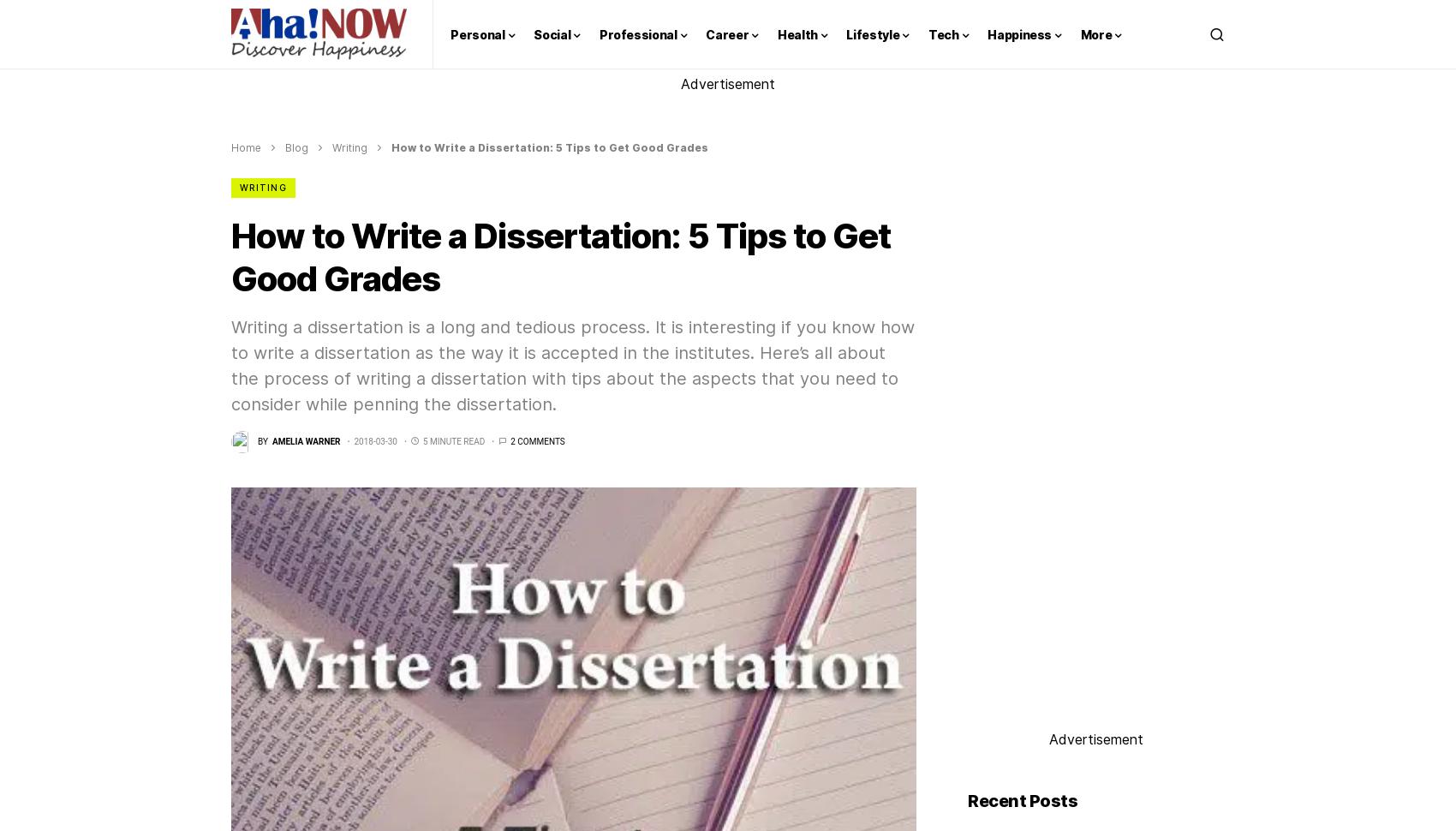 The height and width of the screenshot is (831, 1456). What do you see at coordinates (725, 33) in the screenshot?
I see `'Career'` at bounding box center [725, 33].